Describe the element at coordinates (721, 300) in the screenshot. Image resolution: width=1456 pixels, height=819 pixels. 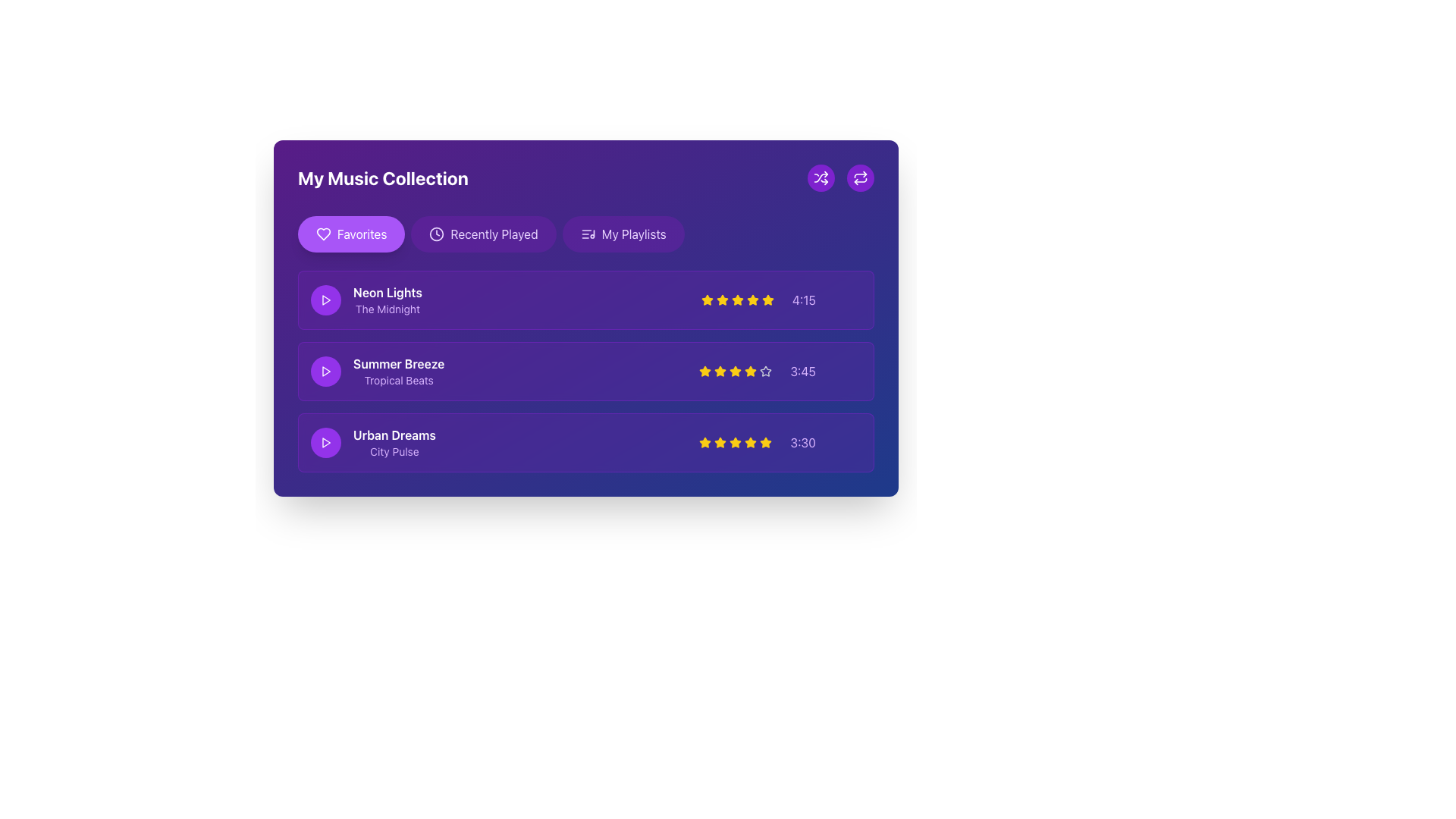
I see `the first star icon in the rating interface for the 'Neon Lights' song entry located in the 'Favorites' tab of the 'My Music Collection' interface` at that location.